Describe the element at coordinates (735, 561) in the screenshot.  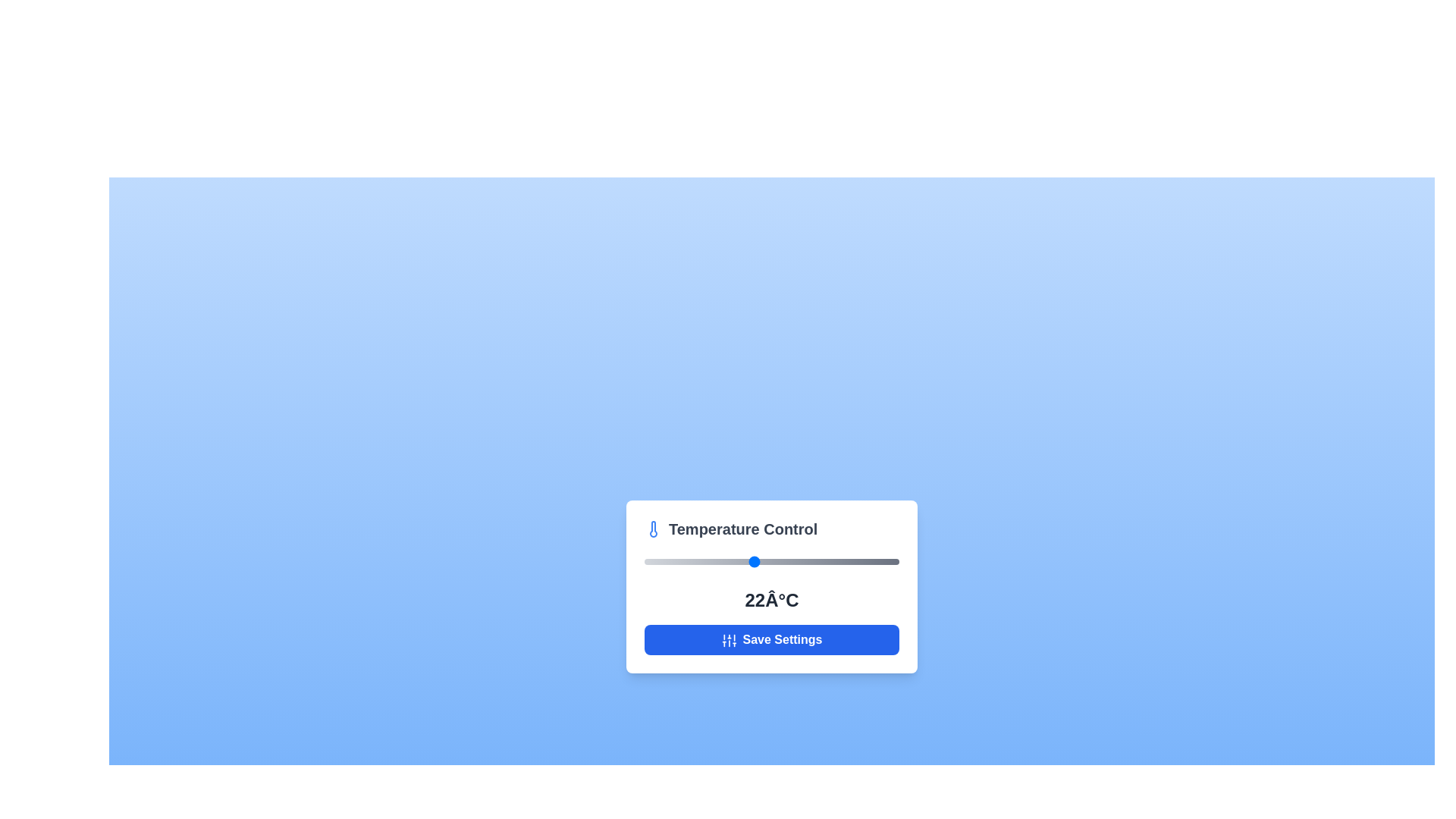
I see `the temperature slider to 21°C` at that location.